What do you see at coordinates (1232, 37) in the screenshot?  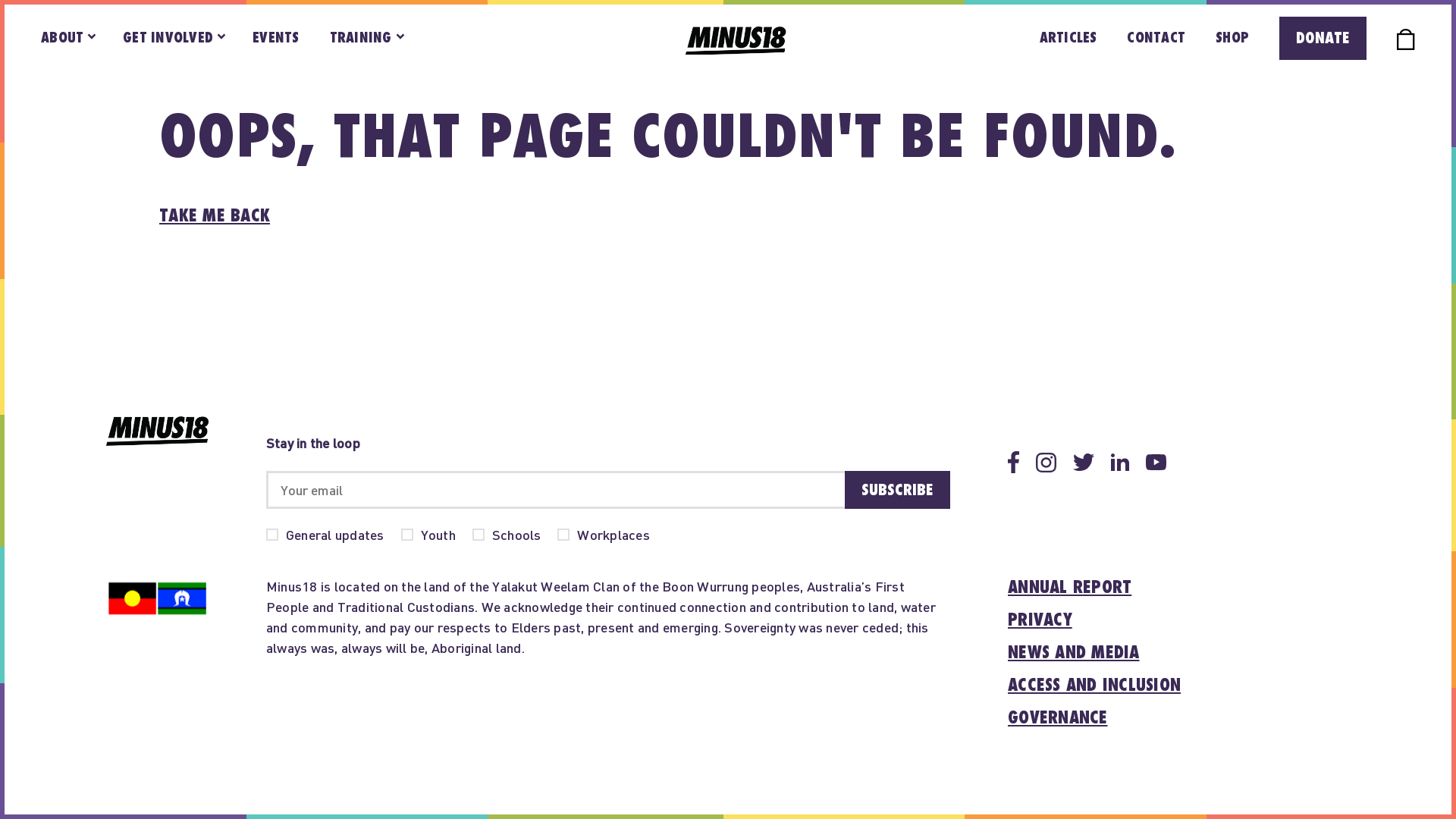 I see `'SHOP'` at bounding box center [1232, 37].